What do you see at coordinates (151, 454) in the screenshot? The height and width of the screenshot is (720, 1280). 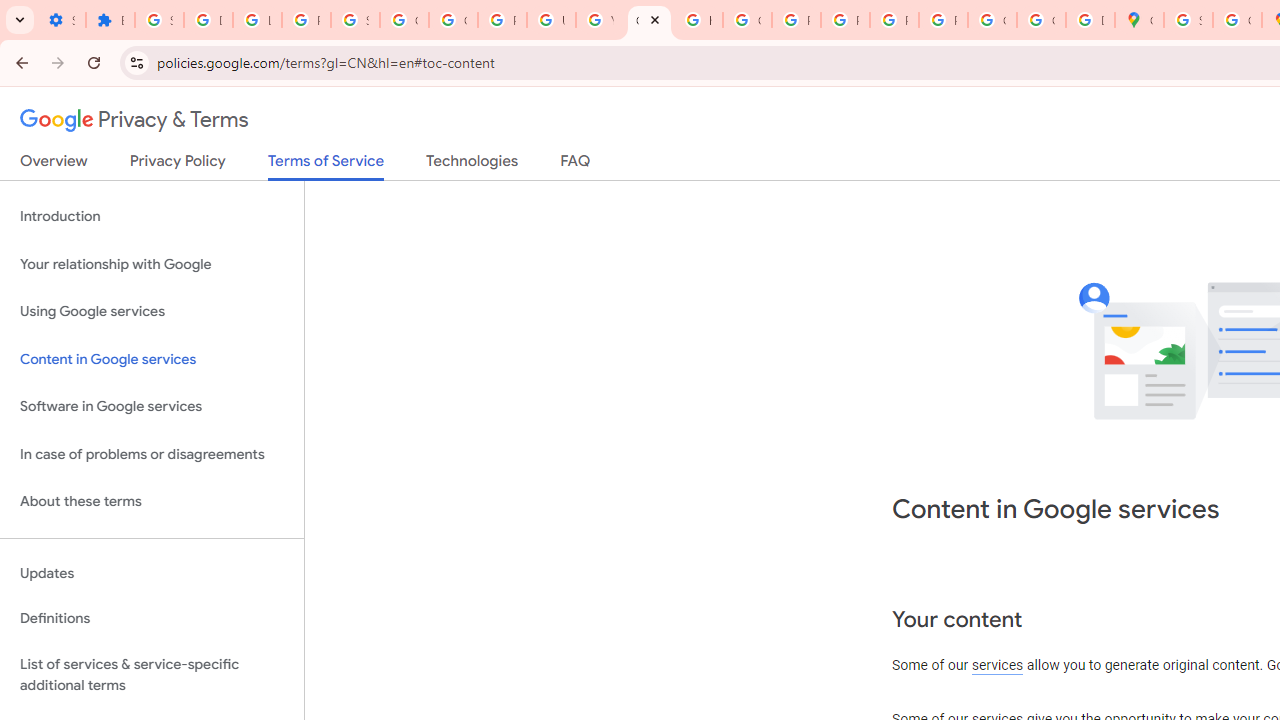 I see `'In case of problems or disagreements'` at bounding box center [151, 454].